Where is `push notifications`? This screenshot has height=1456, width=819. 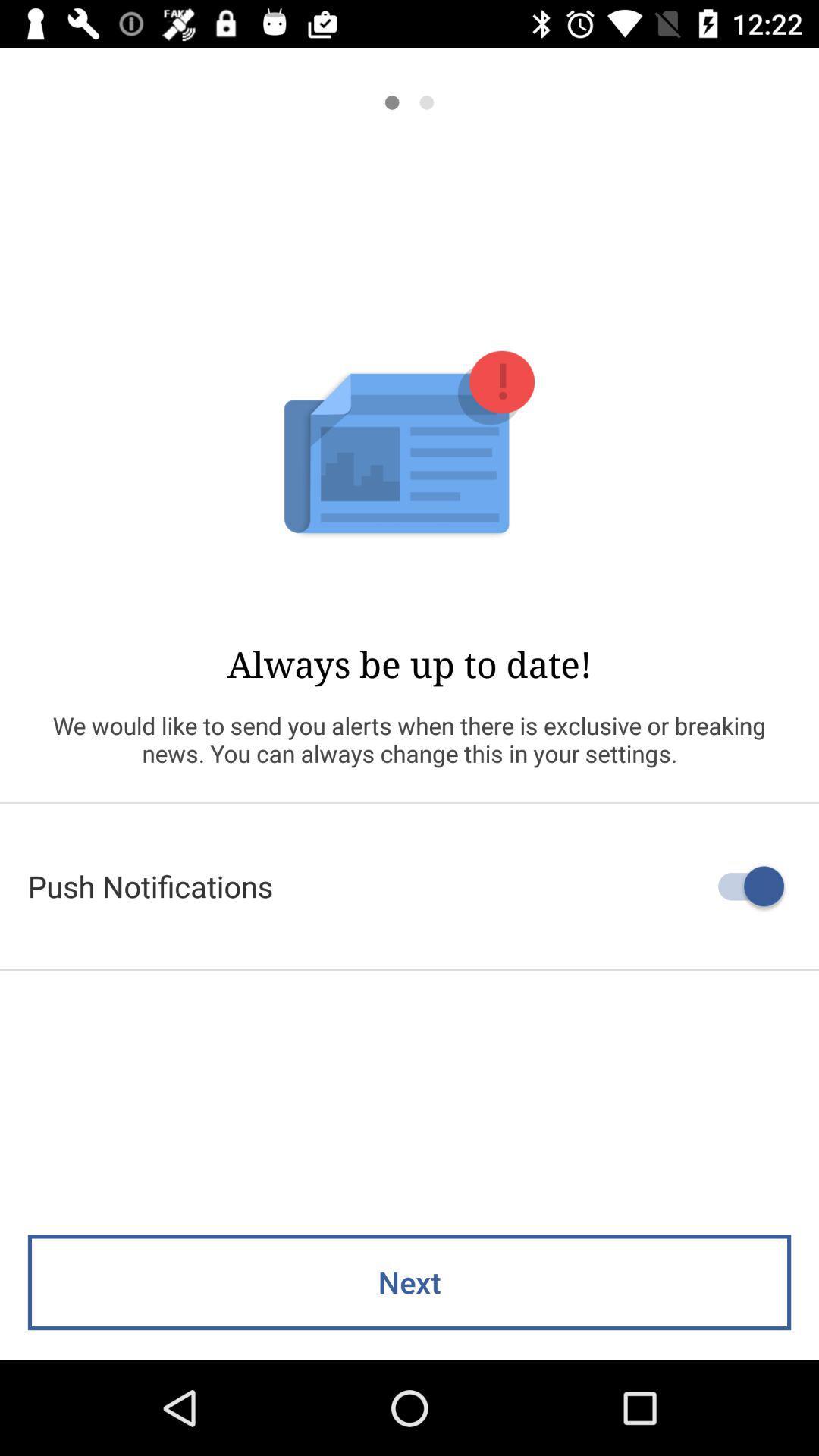 push notifications is located at coordinates (409, 886).